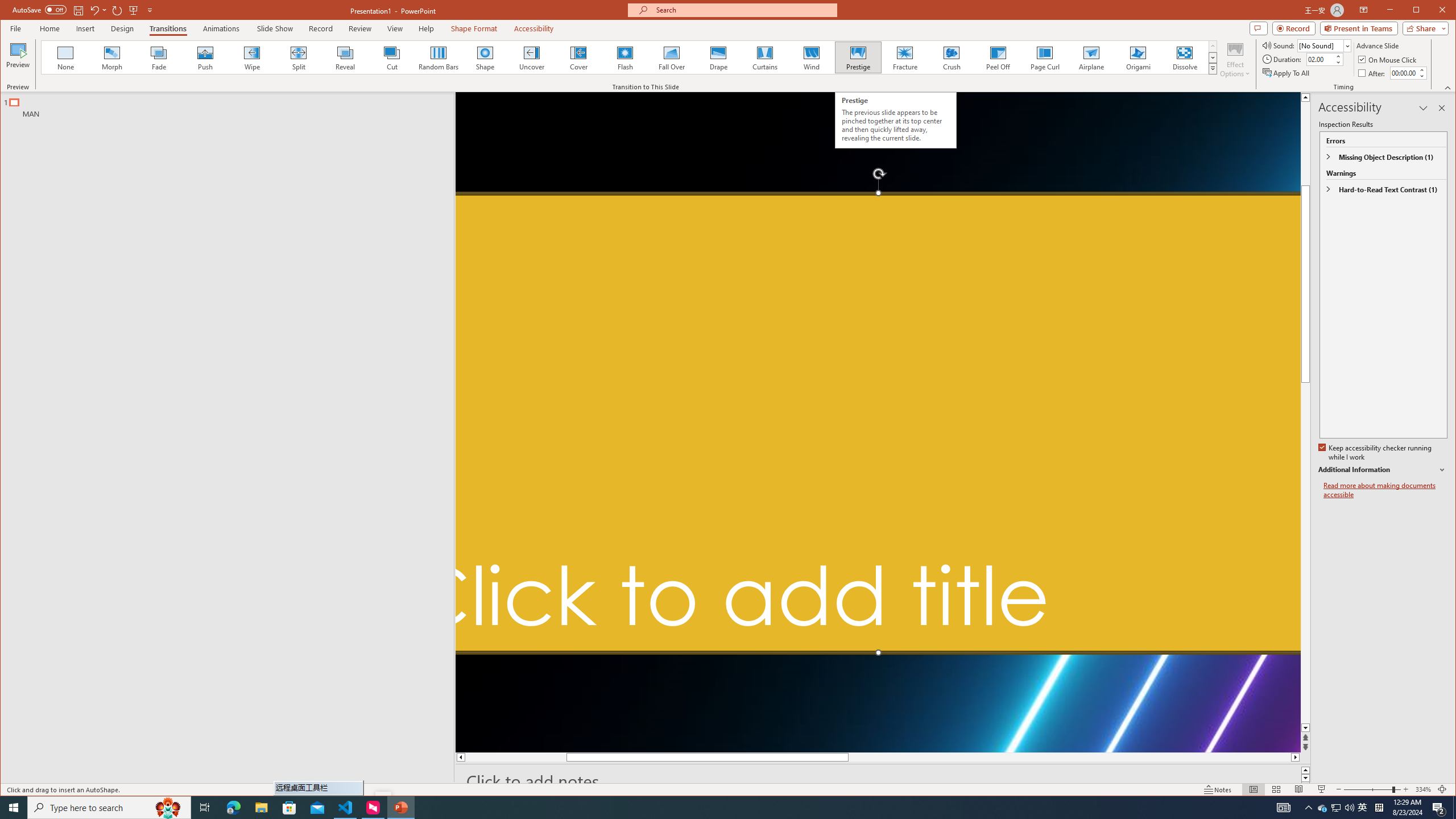 This screenshot has height=819, width=1456. What do you see at coordinates (764, 57) in the screenshot?
I see `'Curtains'` at bounding box center [764, 57].